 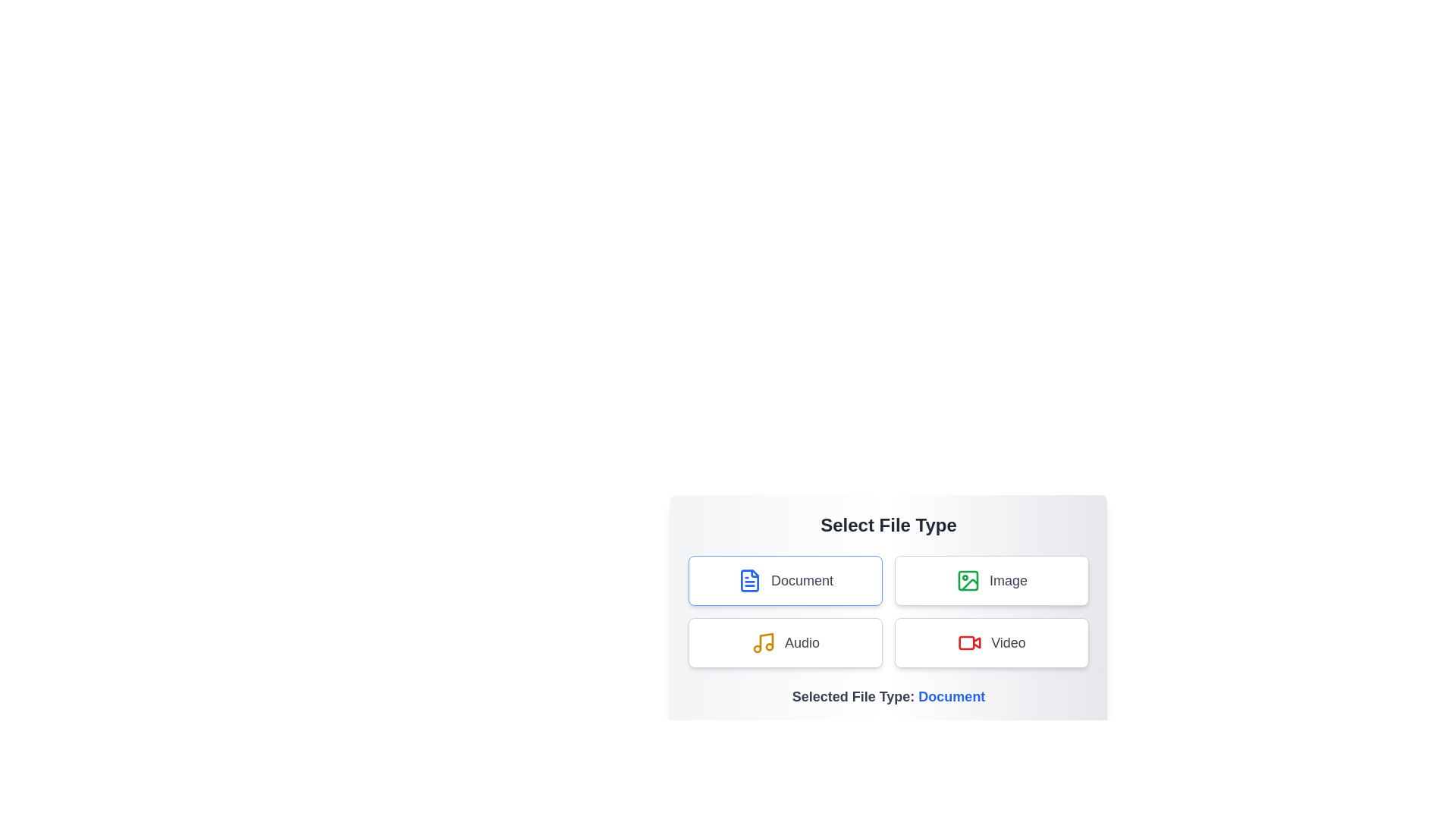 I want to click on the static text label displaying 'Selected File Type: Document', which is located at the bottom of the file type selection options, so click(x=888, y=696).